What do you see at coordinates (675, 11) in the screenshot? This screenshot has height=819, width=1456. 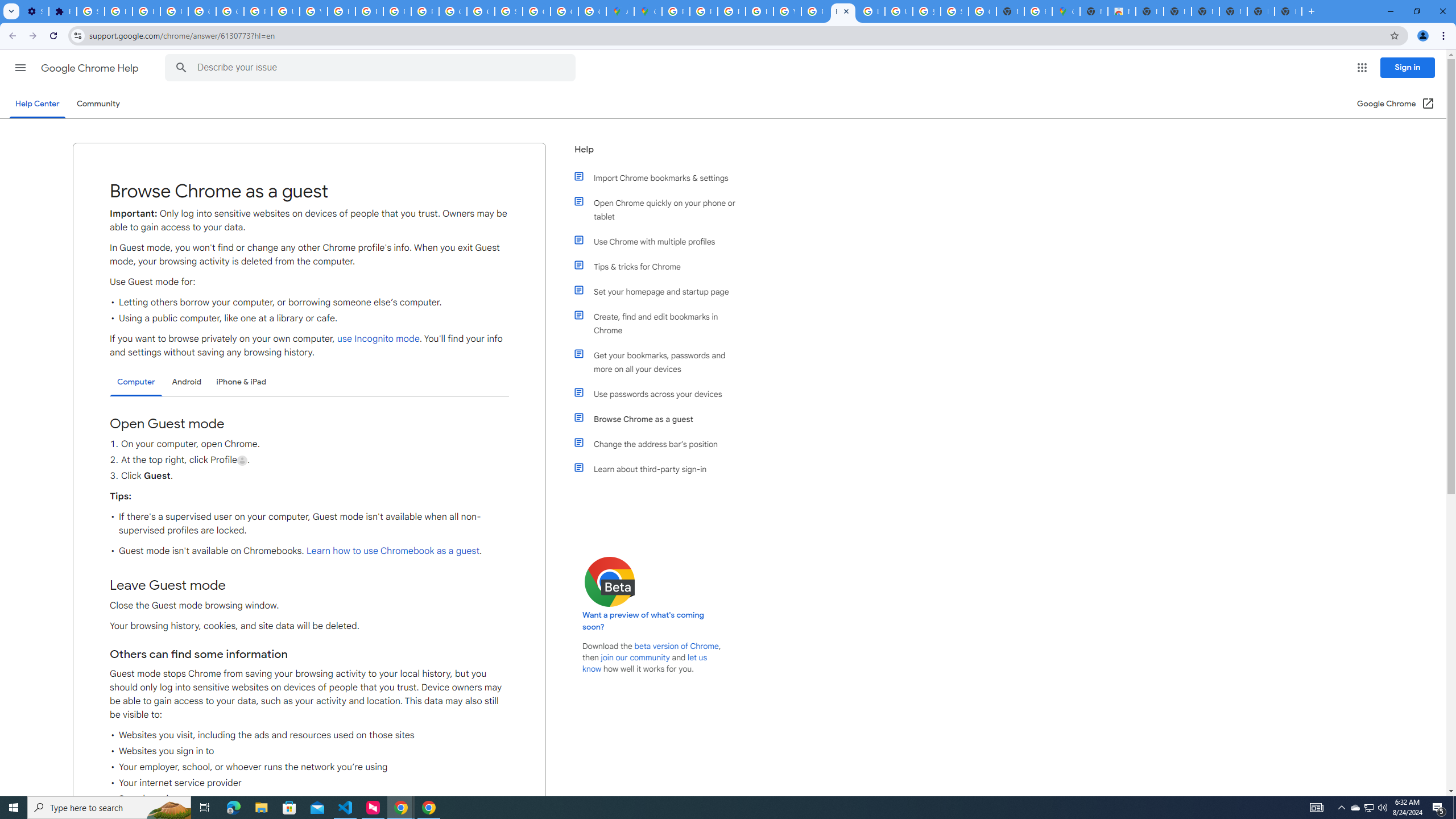 I see `'Policy Accountability and Transparency - Transparency Center'` at bounding box center [675, 11].